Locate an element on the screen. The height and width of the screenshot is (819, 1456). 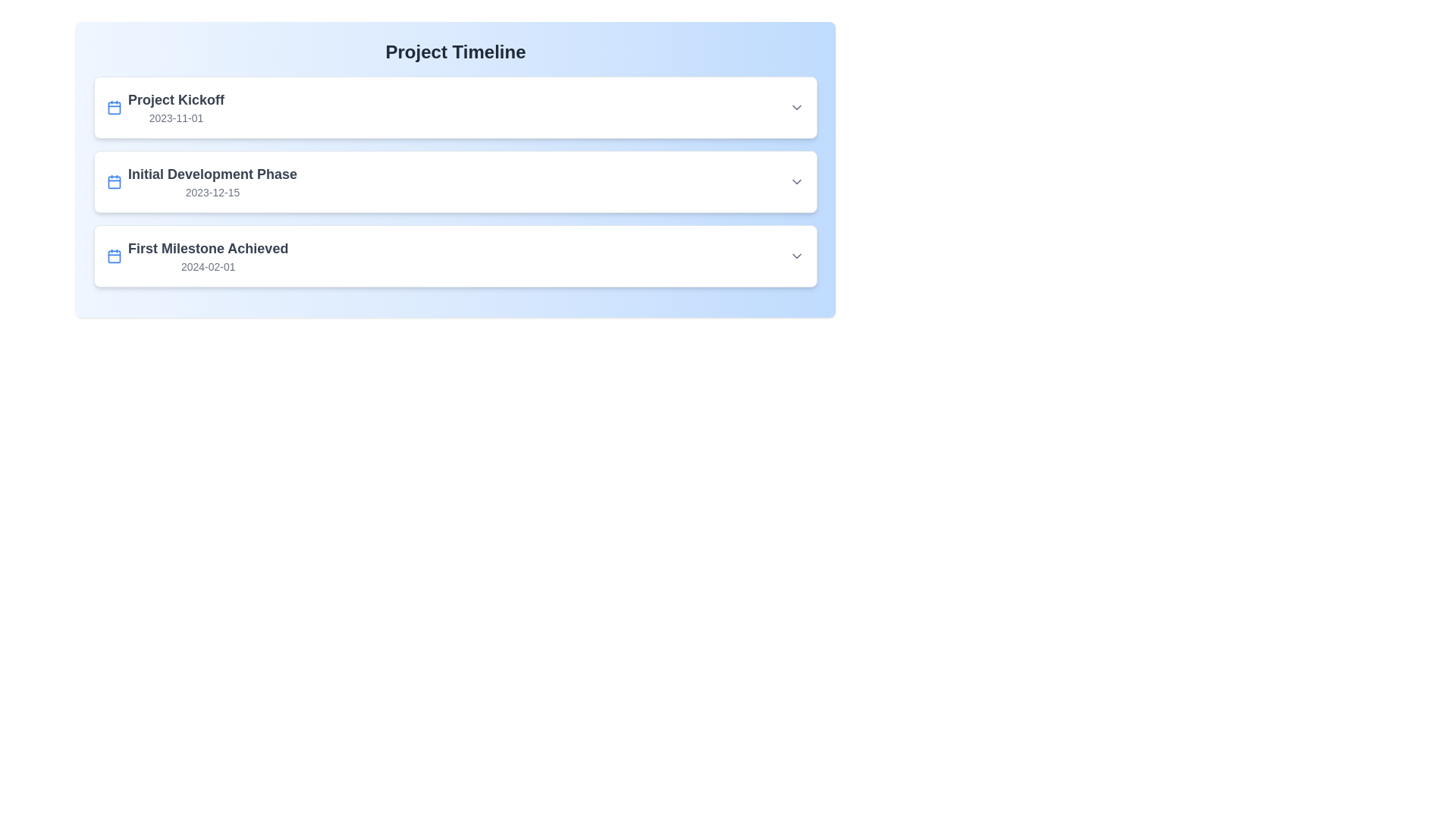
text label for the milestone details titled 'Project Kickoff' located in the first item of the vertical list under the 'Project Timeline' section is located at coordinates (176, 107).